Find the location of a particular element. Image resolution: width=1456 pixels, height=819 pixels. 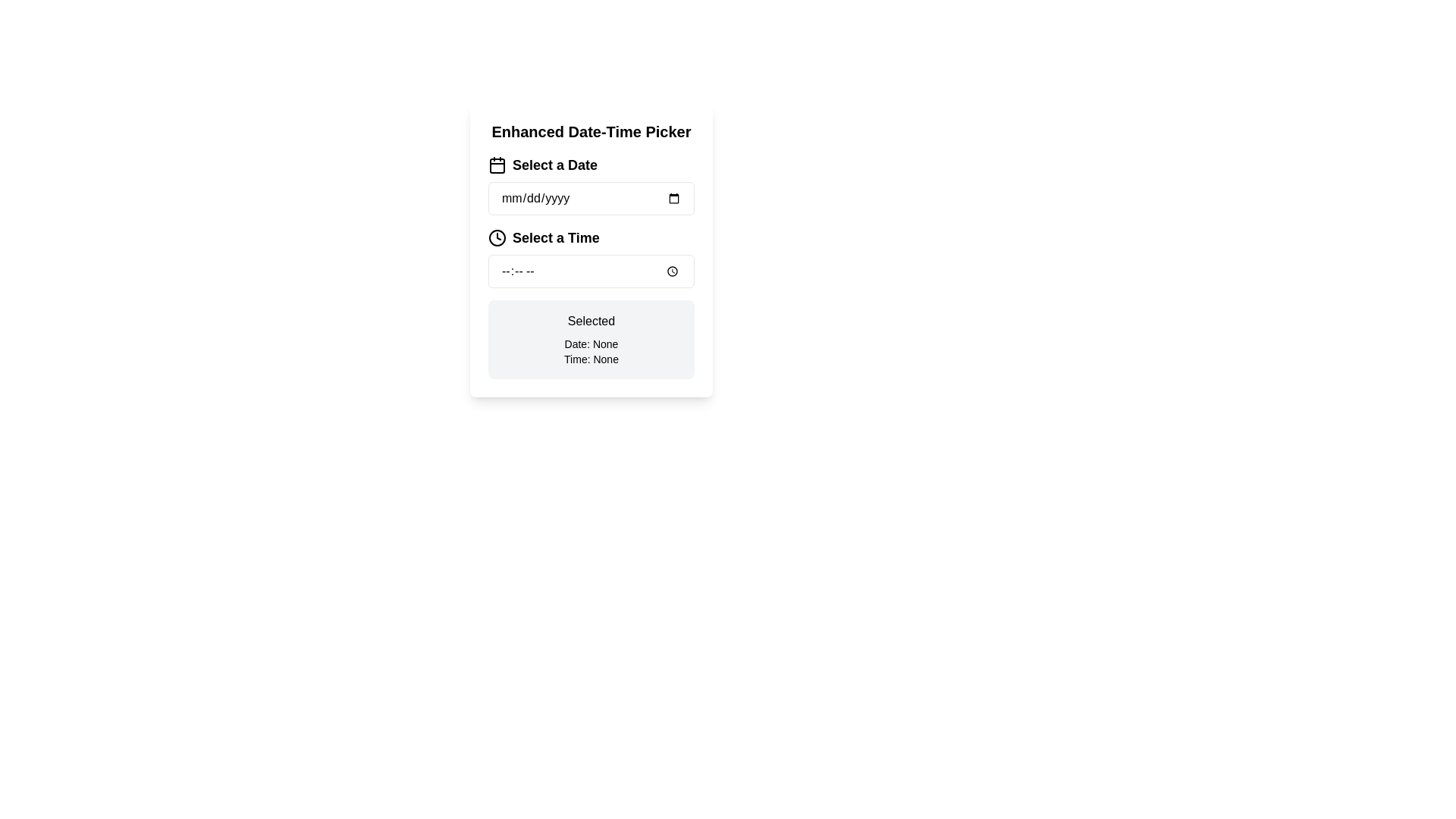

the clock icon, which is a circular element with a clock face and hands, located to the left of the 'Select a Time' text in the second section of the form is located at coordinates (497, 237).